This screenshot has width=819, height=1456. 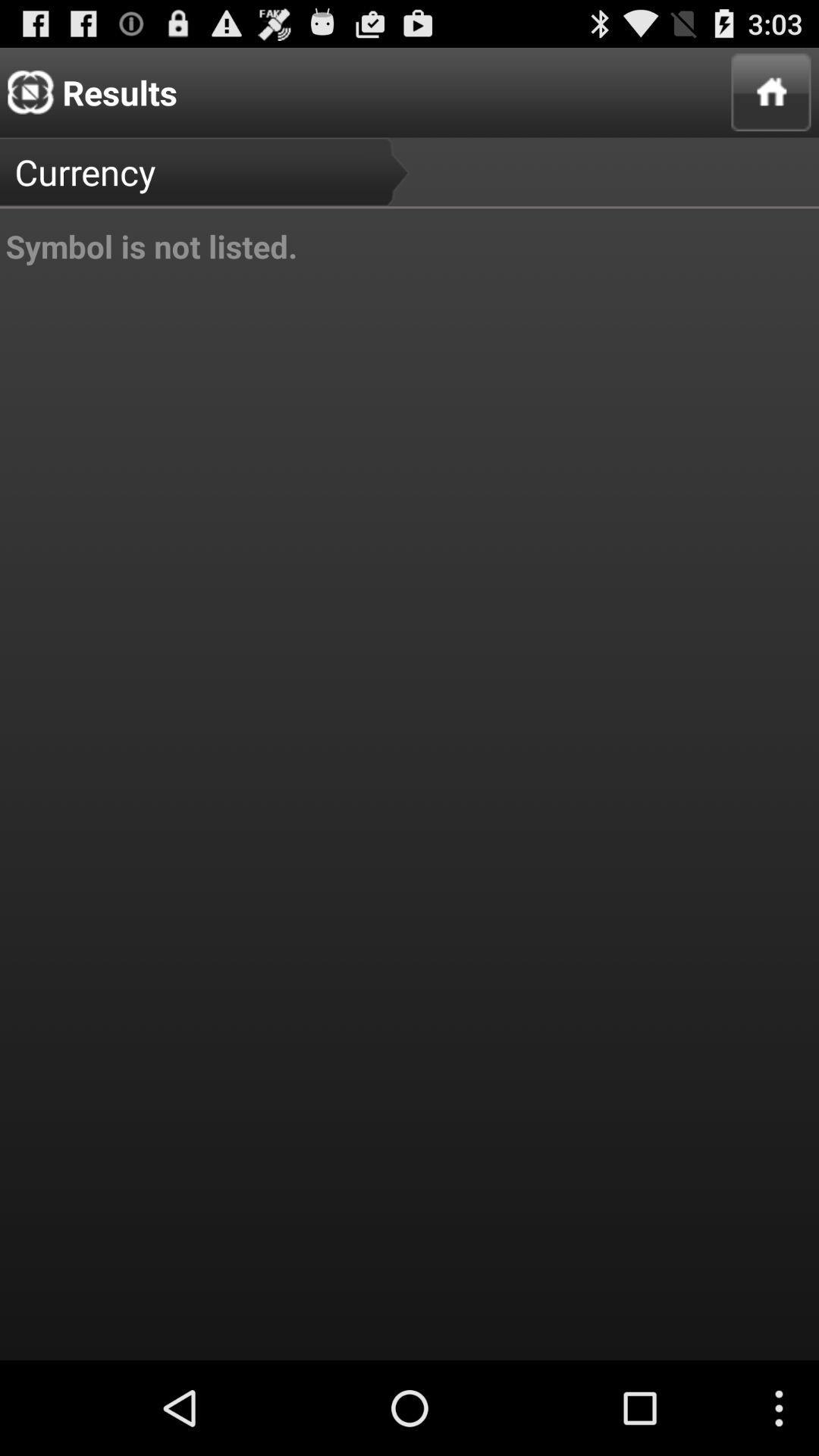 What do you see at coordinates (771, 91) in the screenshot?
I see `go home option` at bounding box center [771, 91].